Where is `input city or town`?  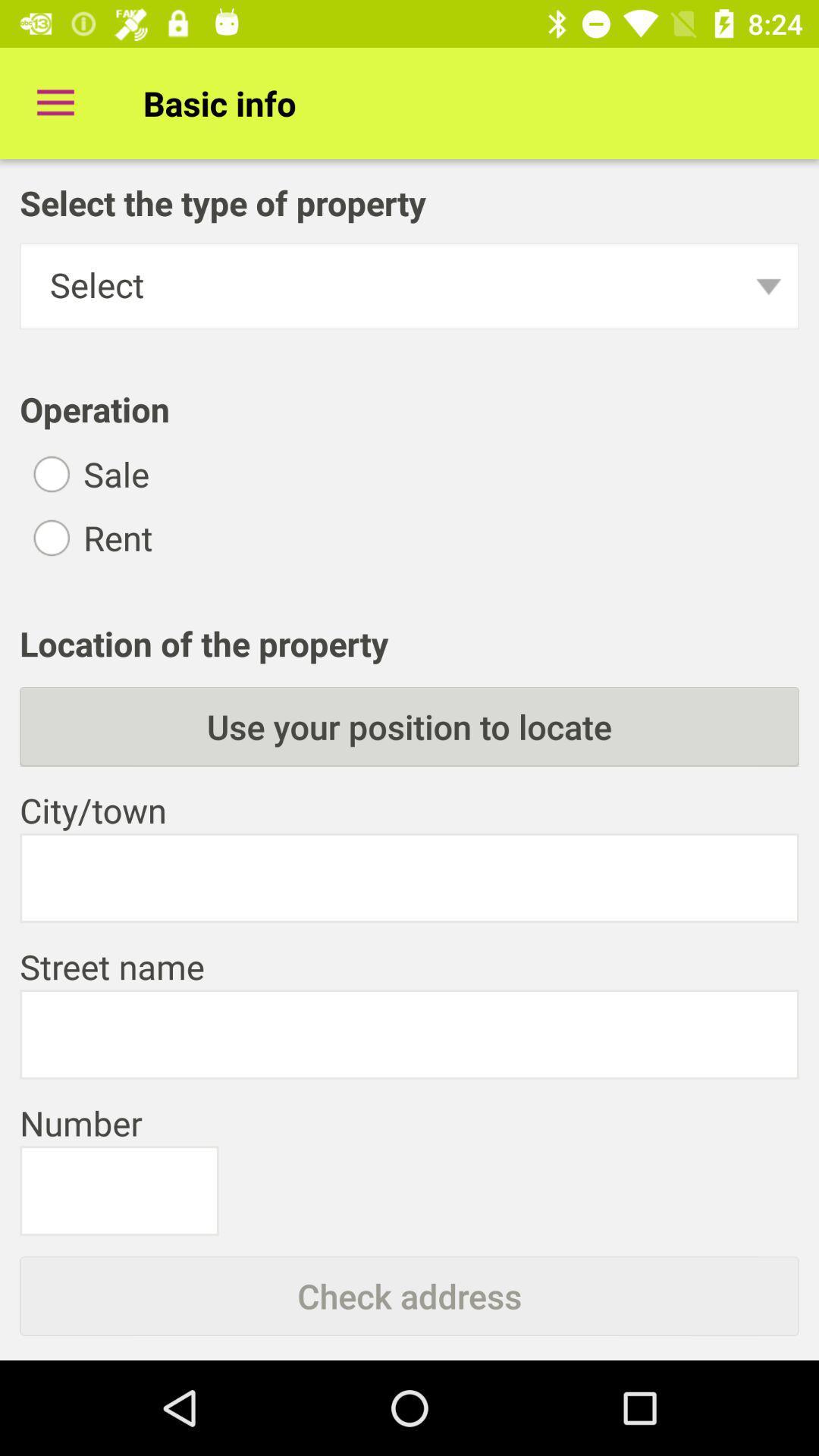
input city or town is located at coordinates (409, 877).